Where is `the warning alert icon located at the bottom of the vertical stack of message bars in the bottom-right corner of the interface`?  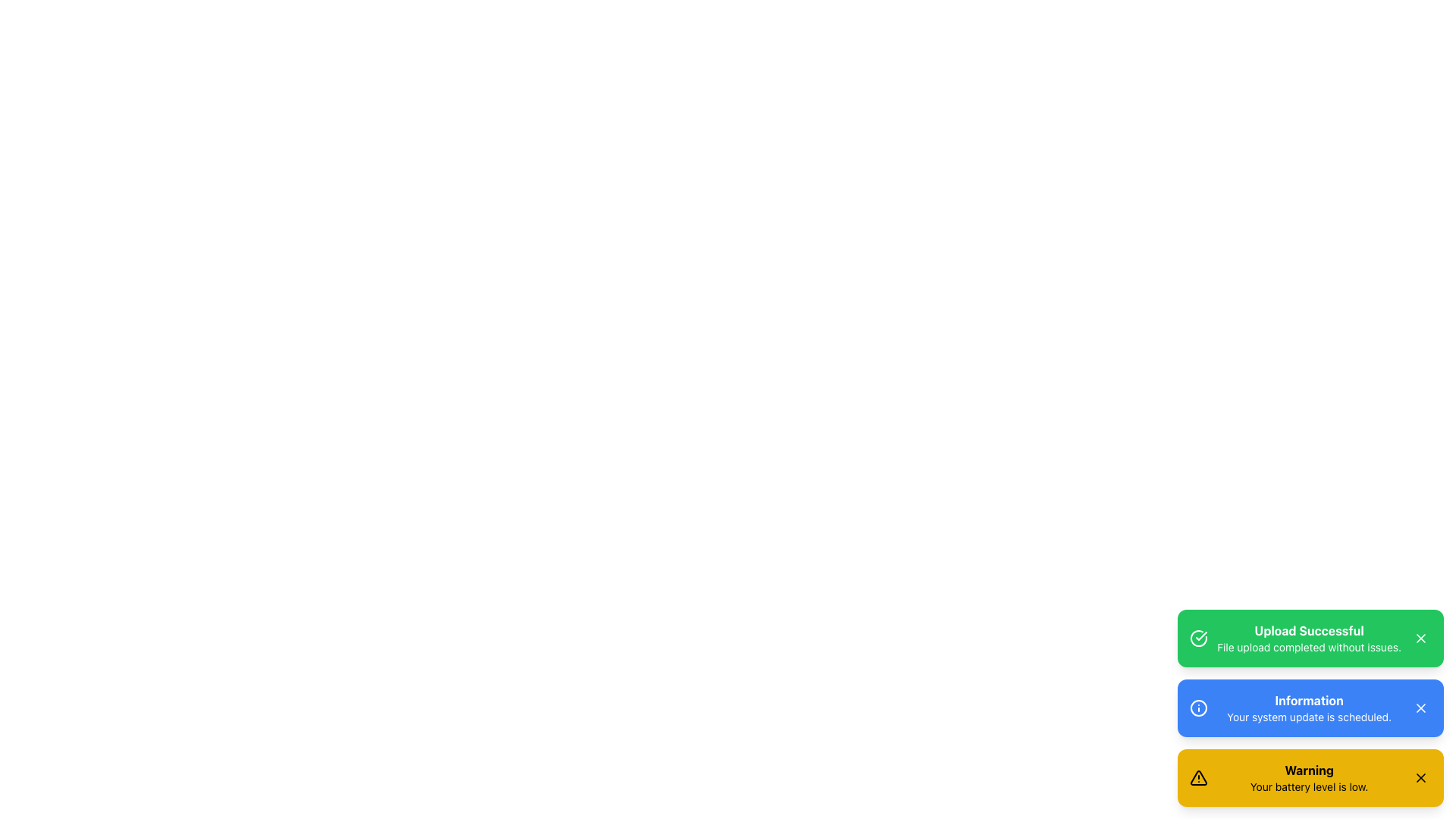
the warning alert icon located at the bottom of the vertical stack of message bars in the bottom-right corner of the interface is located at coordinates (1198, 778).